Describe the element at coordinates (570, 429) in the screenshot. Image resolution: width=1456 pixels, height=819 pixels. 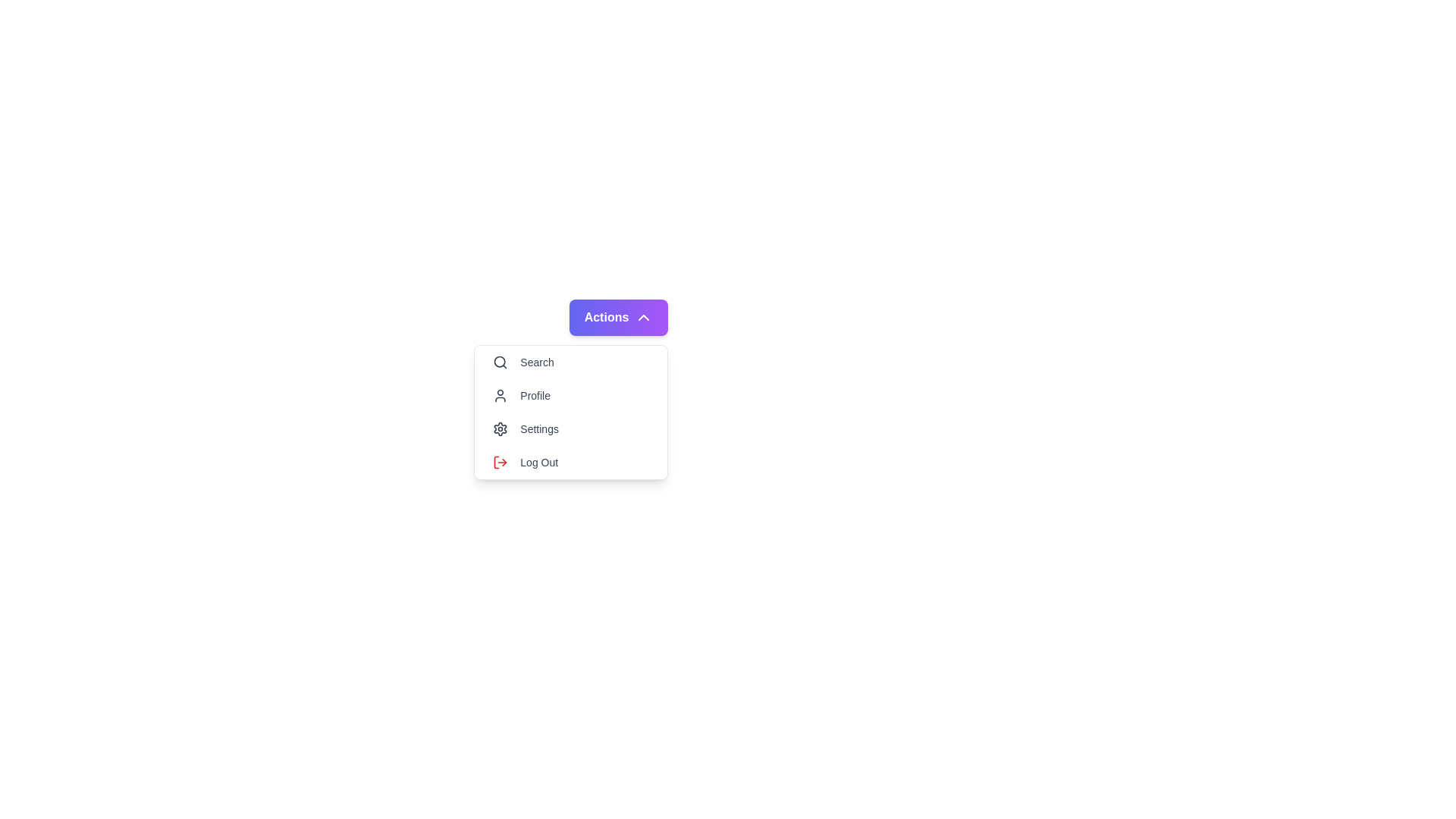
I see `the third item in the dropdown menu, which is located between the 'Profile' and 'Log Out' items` at that location.